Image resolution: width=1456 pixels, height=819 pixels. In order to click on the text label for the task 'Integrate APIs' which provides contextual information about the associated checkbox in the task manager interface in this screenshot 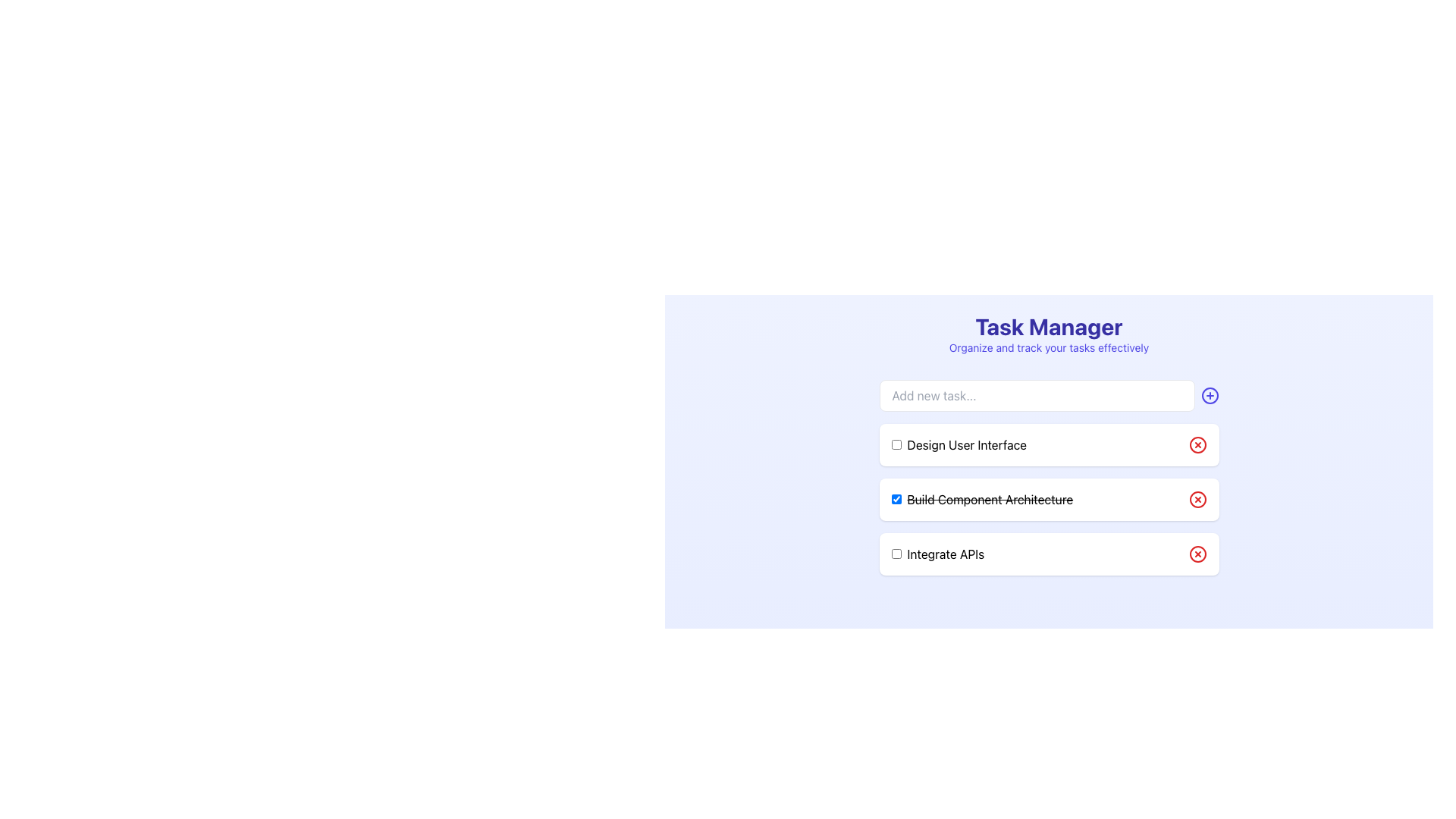, I will do `click(937, 554)`.